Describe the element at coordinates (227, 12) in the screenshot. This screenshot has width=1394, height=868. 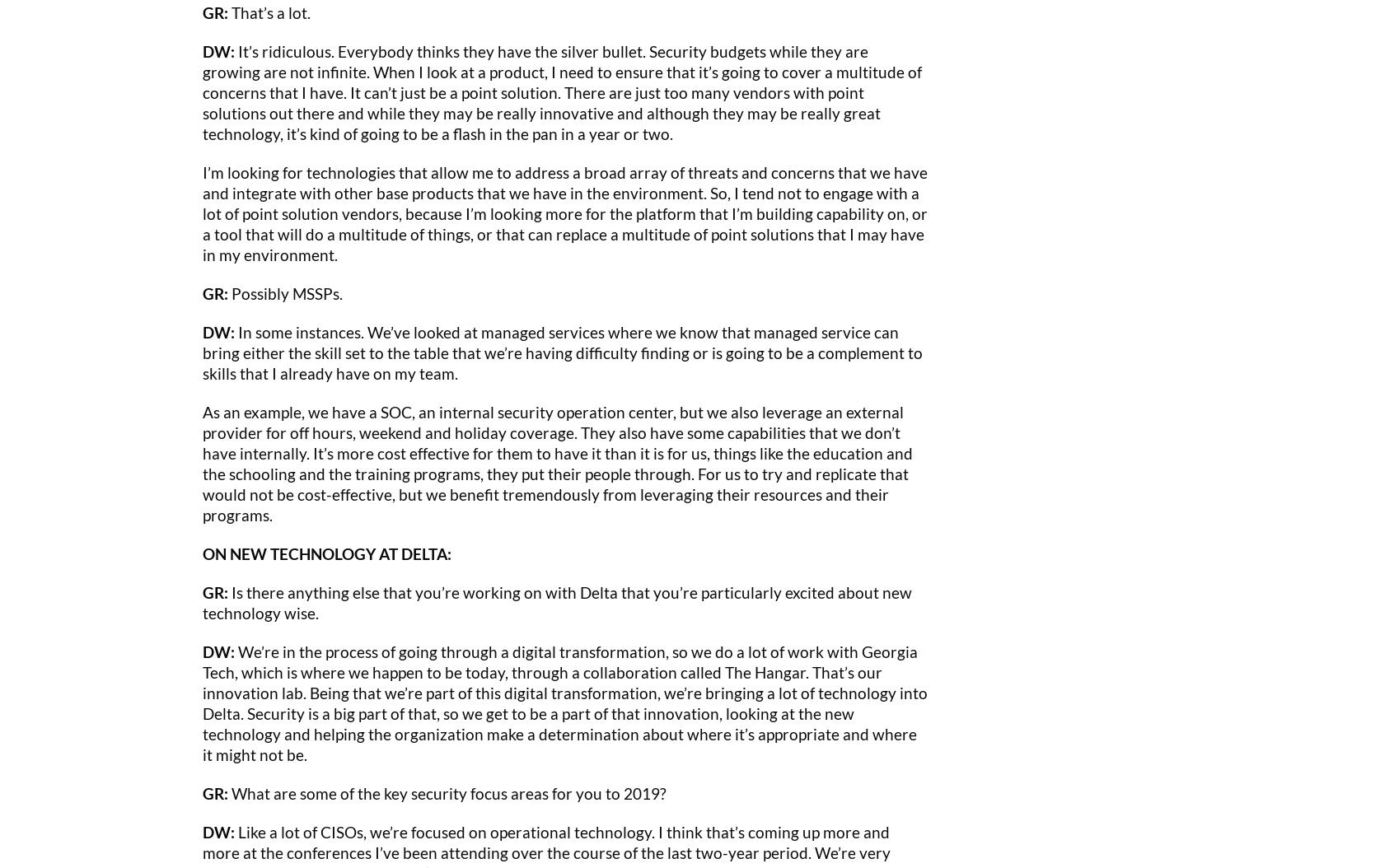
I see `'That’s a lot.'` at that location.